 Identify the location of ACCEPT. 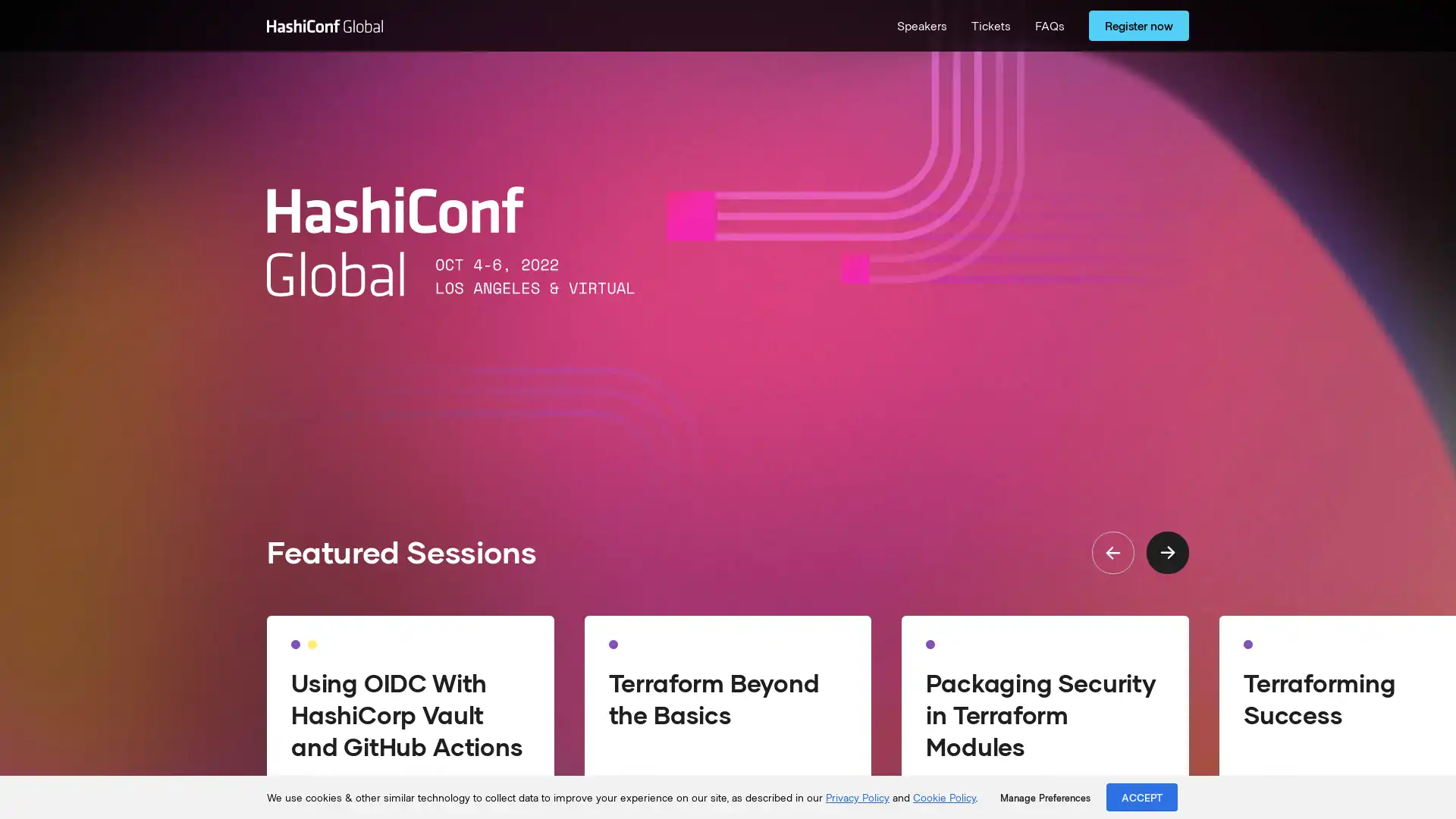
(1142, 796).